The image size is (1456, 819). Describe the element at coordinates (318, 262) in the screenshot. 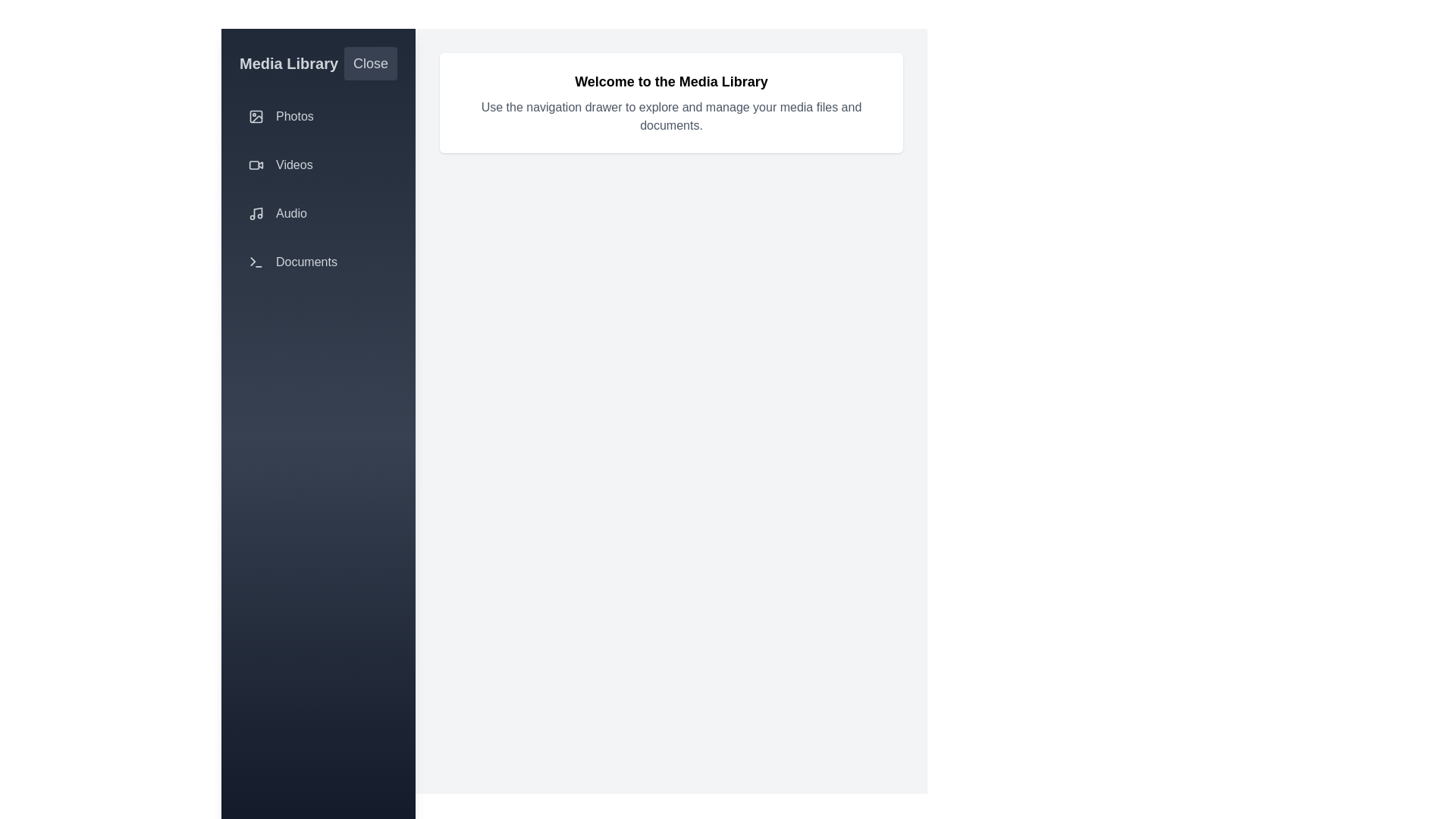

I see `the sidebar options: Documents` at that location.